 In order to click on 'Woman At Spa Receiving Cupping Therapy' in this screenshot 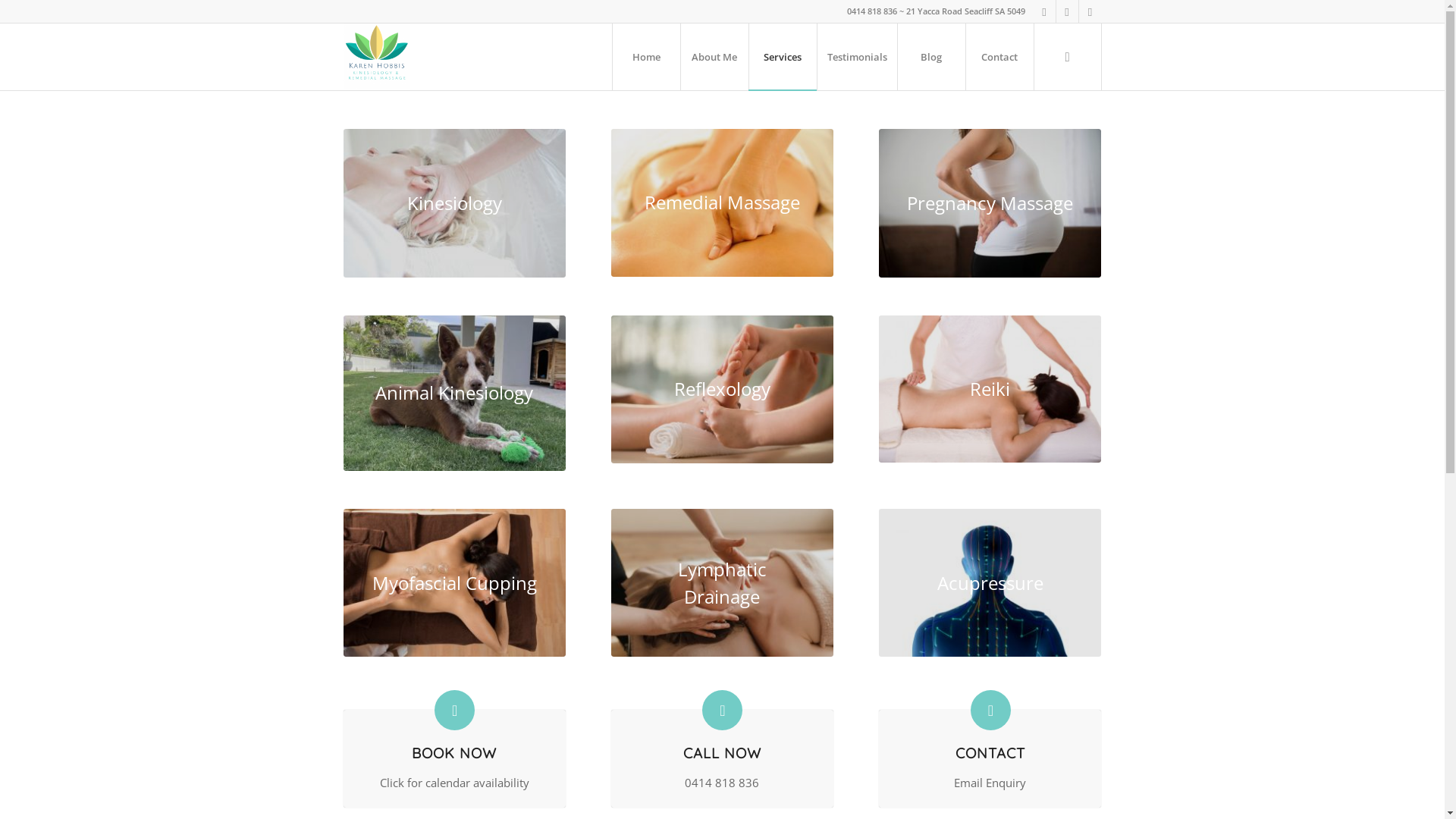, I will do `click(453, 582)`.